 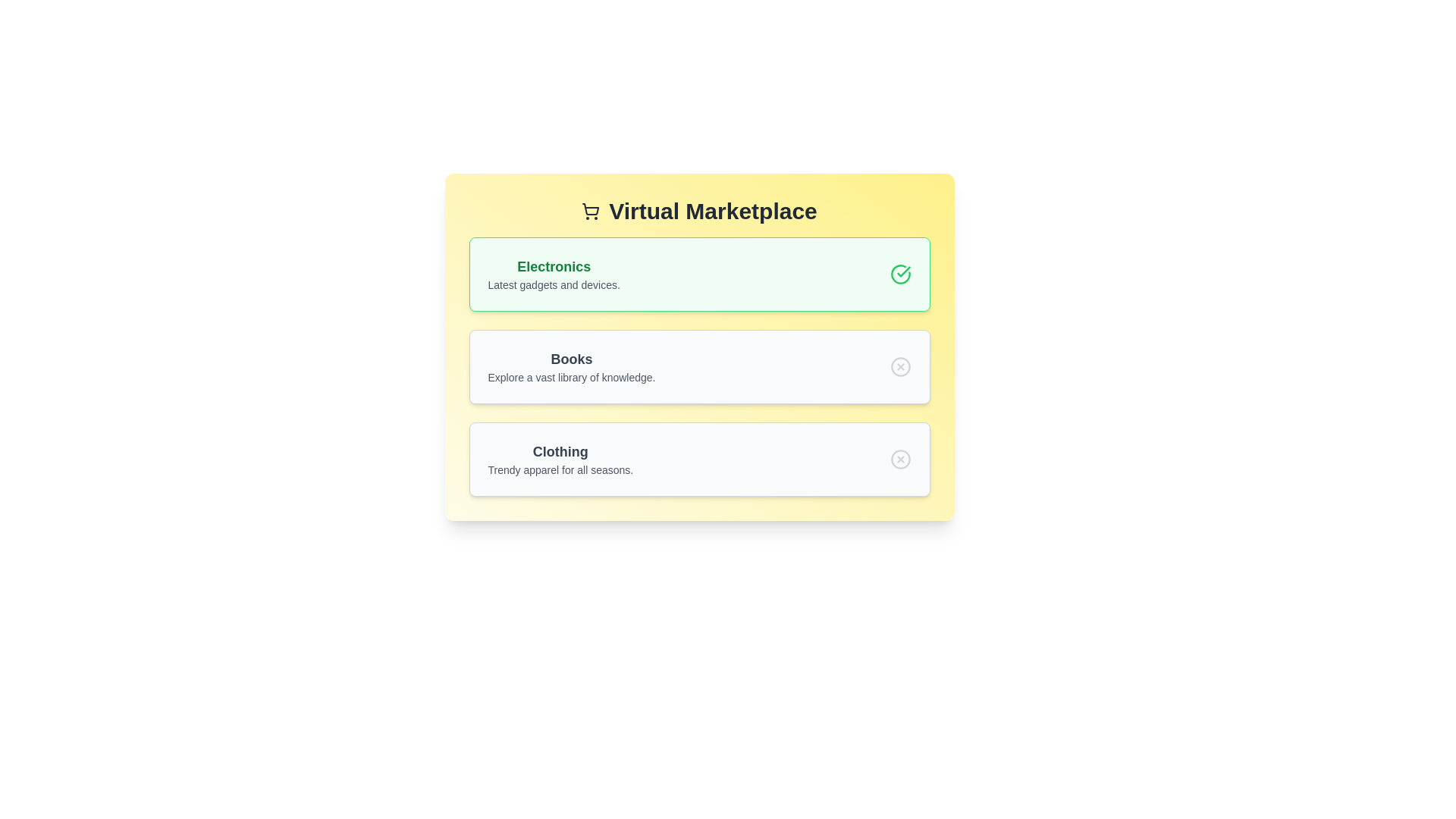 What do you see at coordinates (698, 211) in the screenshot?
I see `the title text 'Virtual Marketplace'` at bounding box center [698, 211].